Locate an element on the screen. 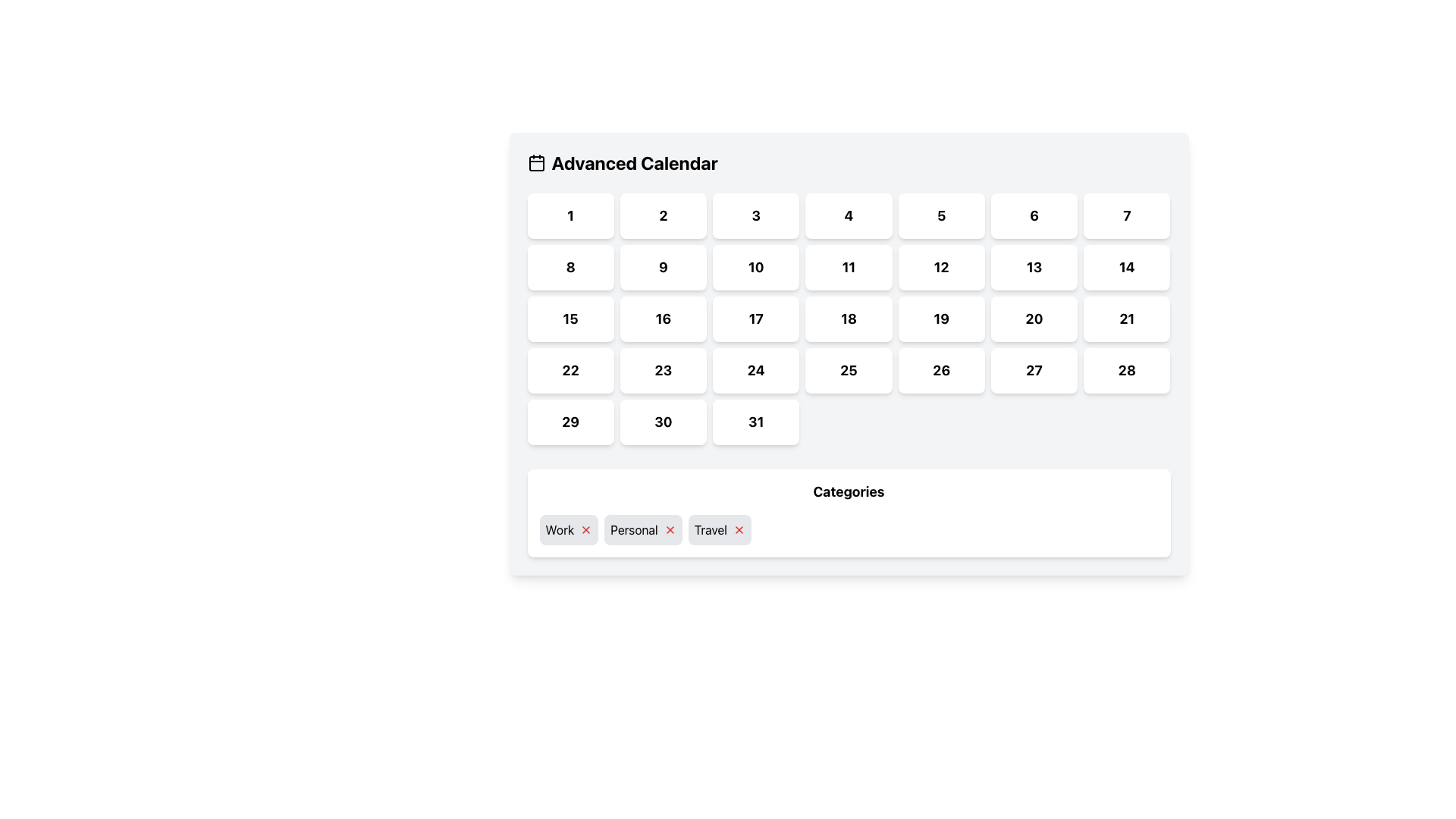 This screenshot has width=1456, height=819. the red 'X' button located immediately to the right of the 'Work' tag is located at coordinates (585, 529).